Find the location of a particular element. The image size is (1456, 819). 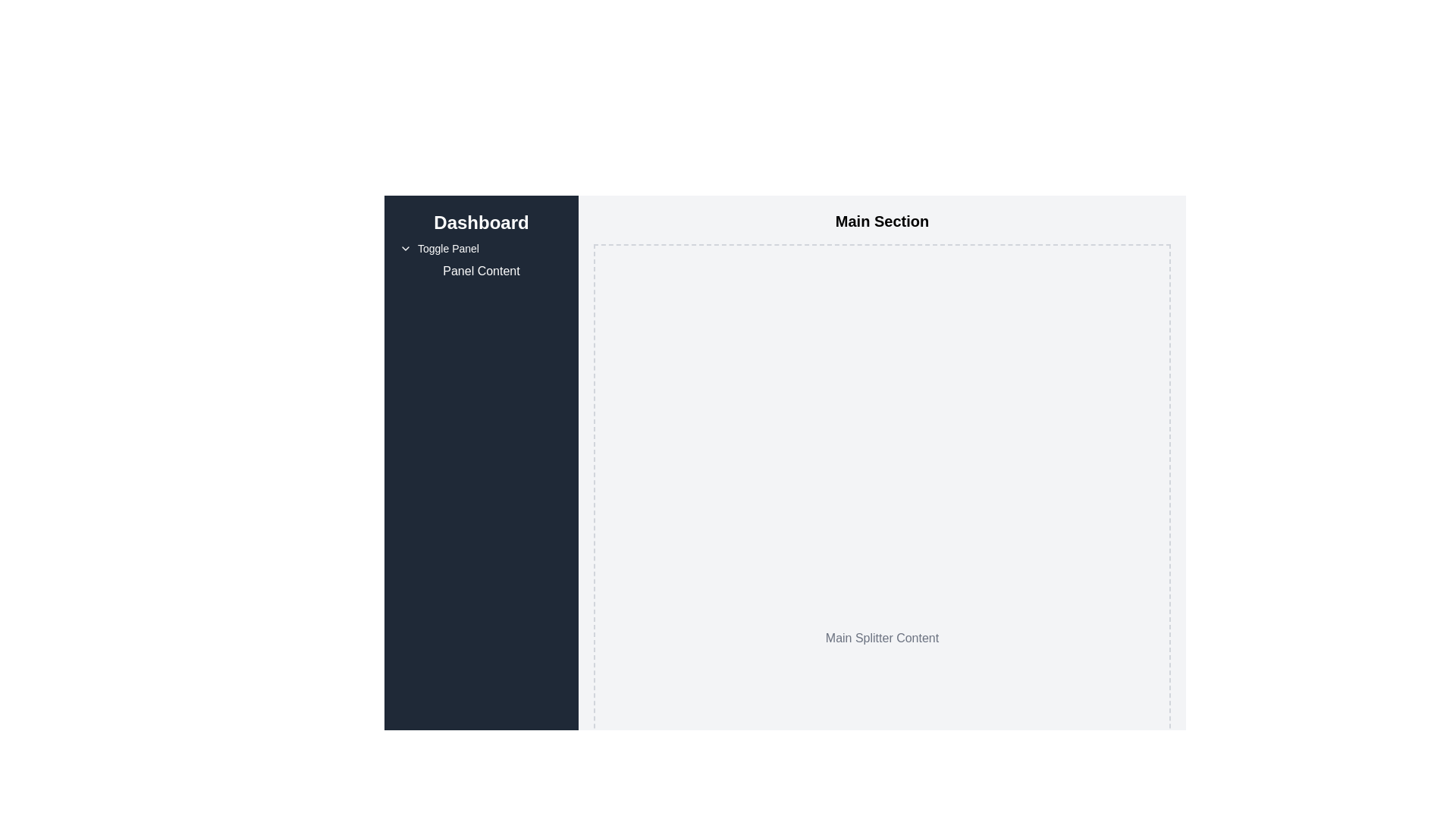

the downward-pointing chevron icon located to the left of the 'Toggle Panel' text in the 'Dashboard' sidebar section is located at coordinates (405, 247).